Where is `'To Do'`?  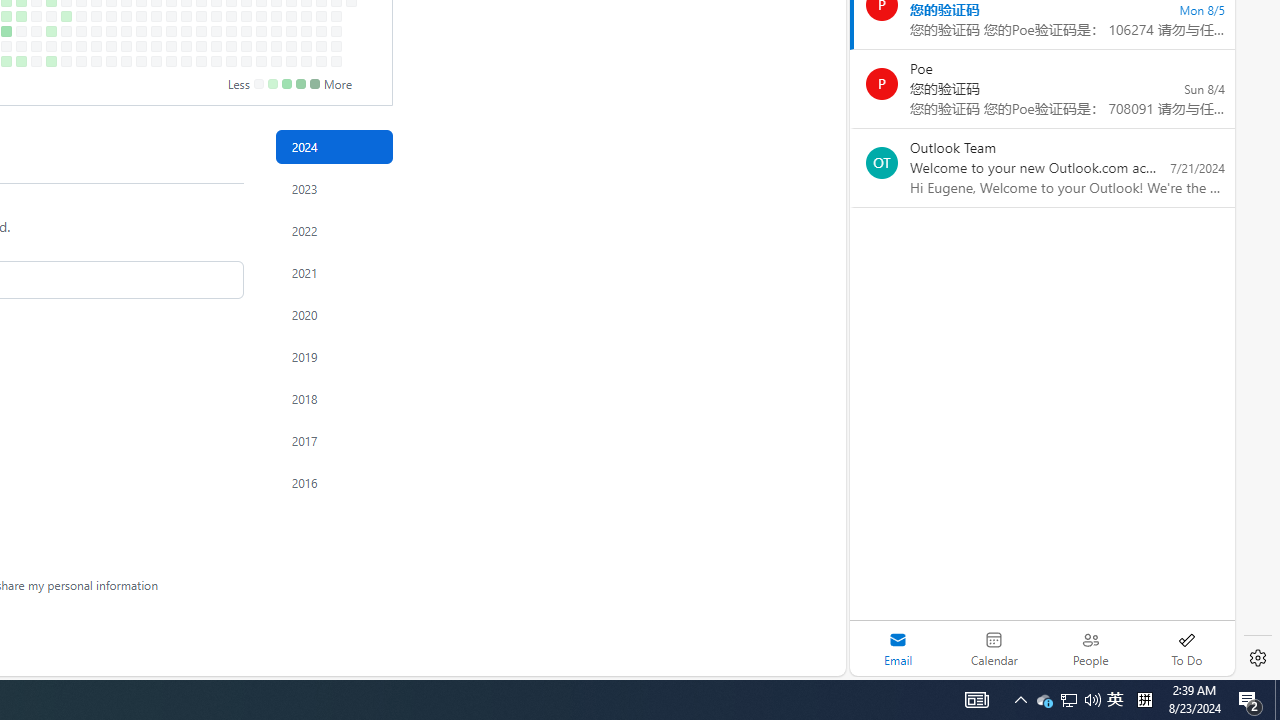 'To Do' is located at coordinates (1186, 648).